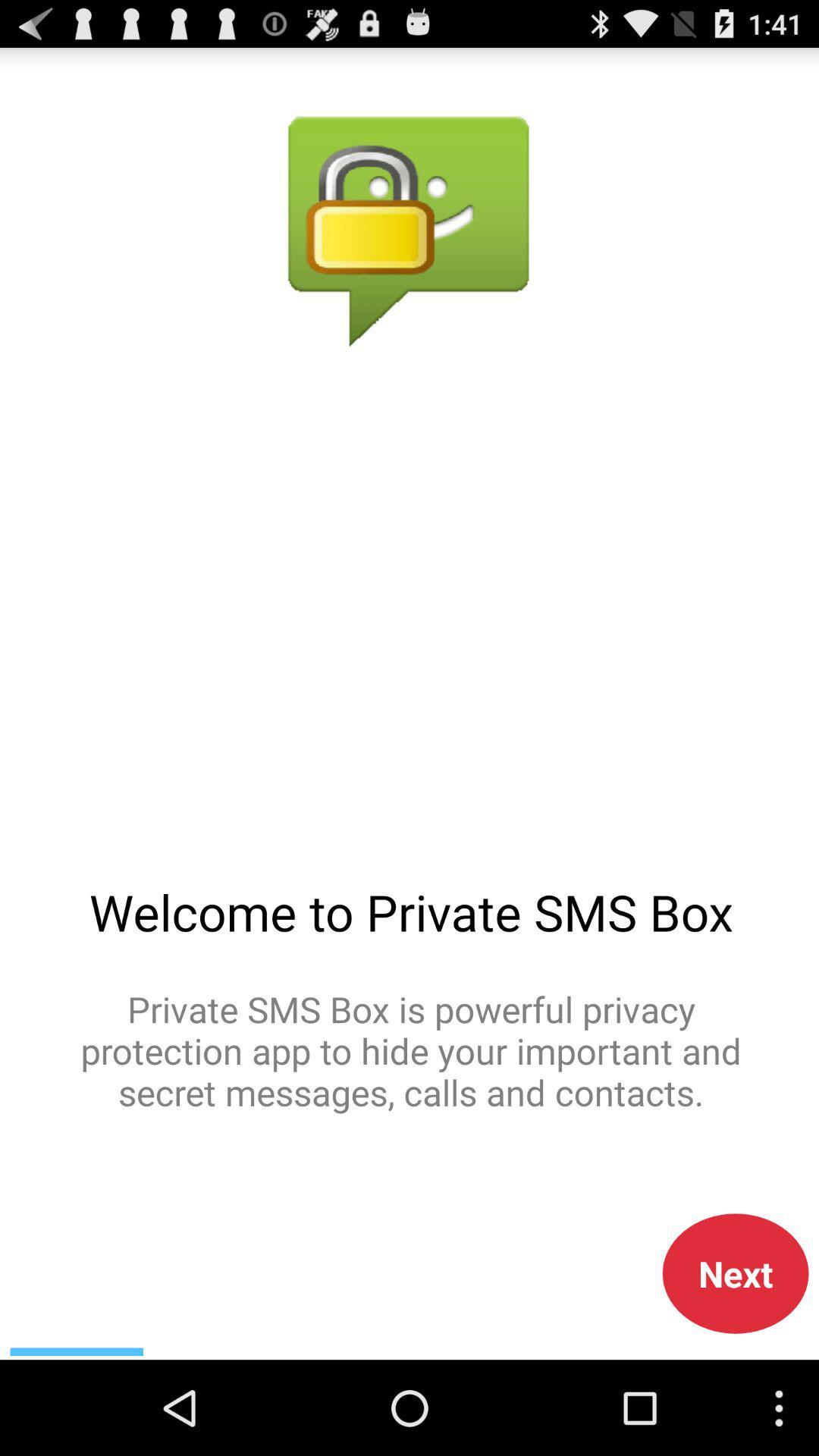 Image resolution: width=819 pixels, height=1456 pixels. Describe the element at coordinates (735, 1273) in the screenshot. I see `button at the bottom right corner` at that location.